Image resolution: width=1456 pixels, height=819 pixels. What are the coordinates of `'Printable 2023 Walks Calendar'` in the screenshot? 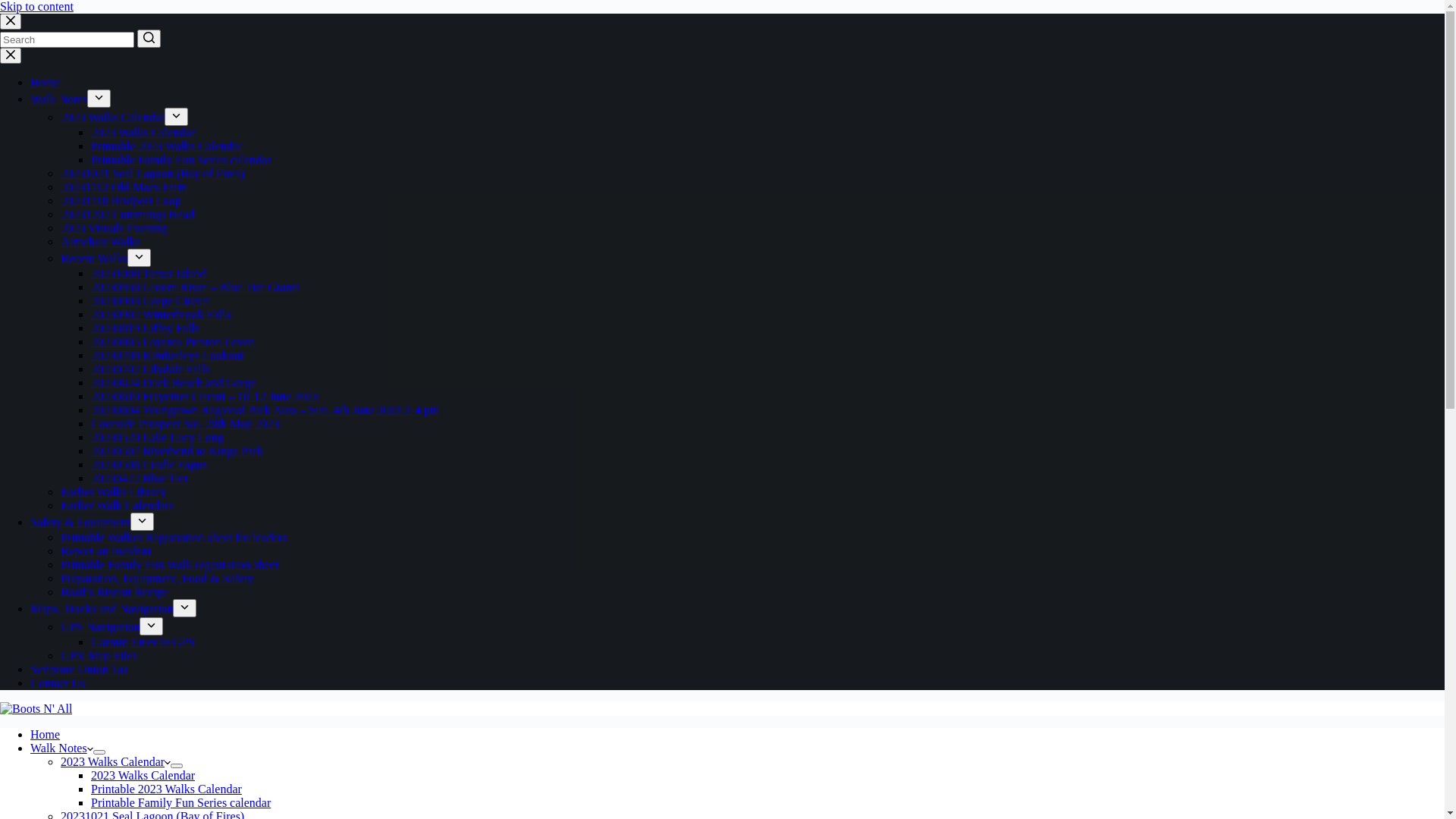 It's located at (90, 788).